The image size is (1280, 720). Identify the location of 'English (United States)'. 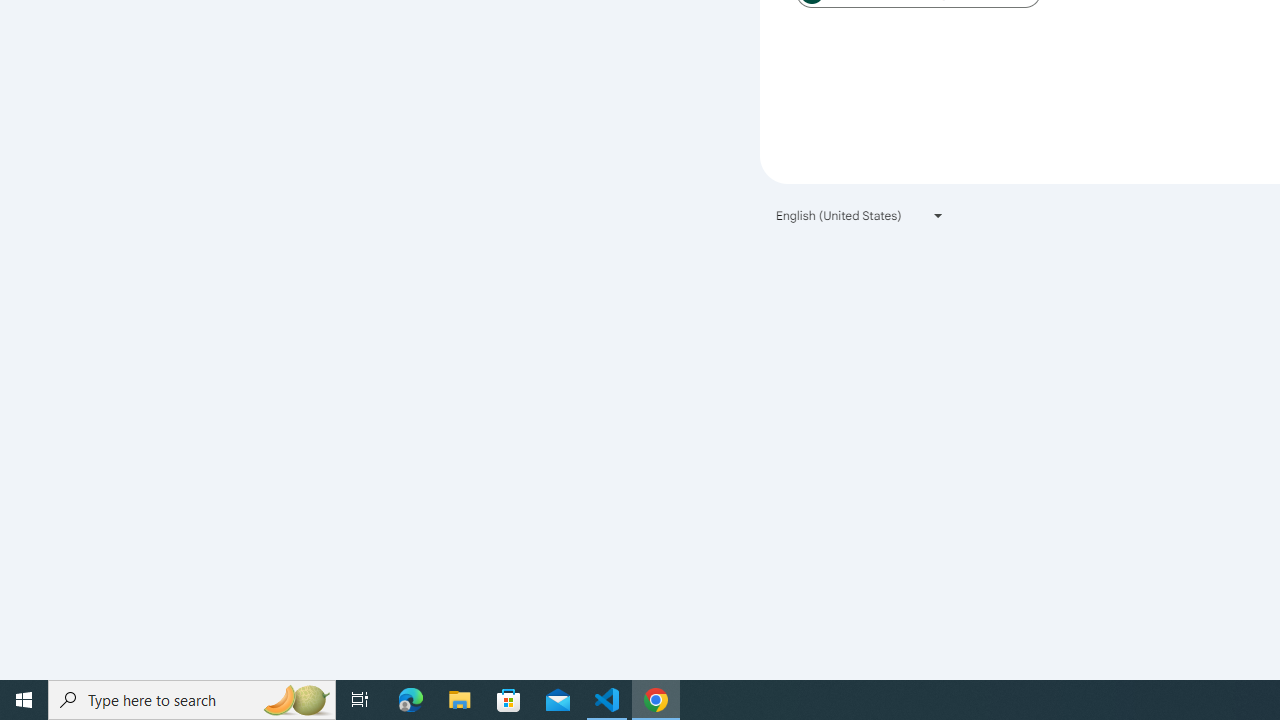
(860, 215).